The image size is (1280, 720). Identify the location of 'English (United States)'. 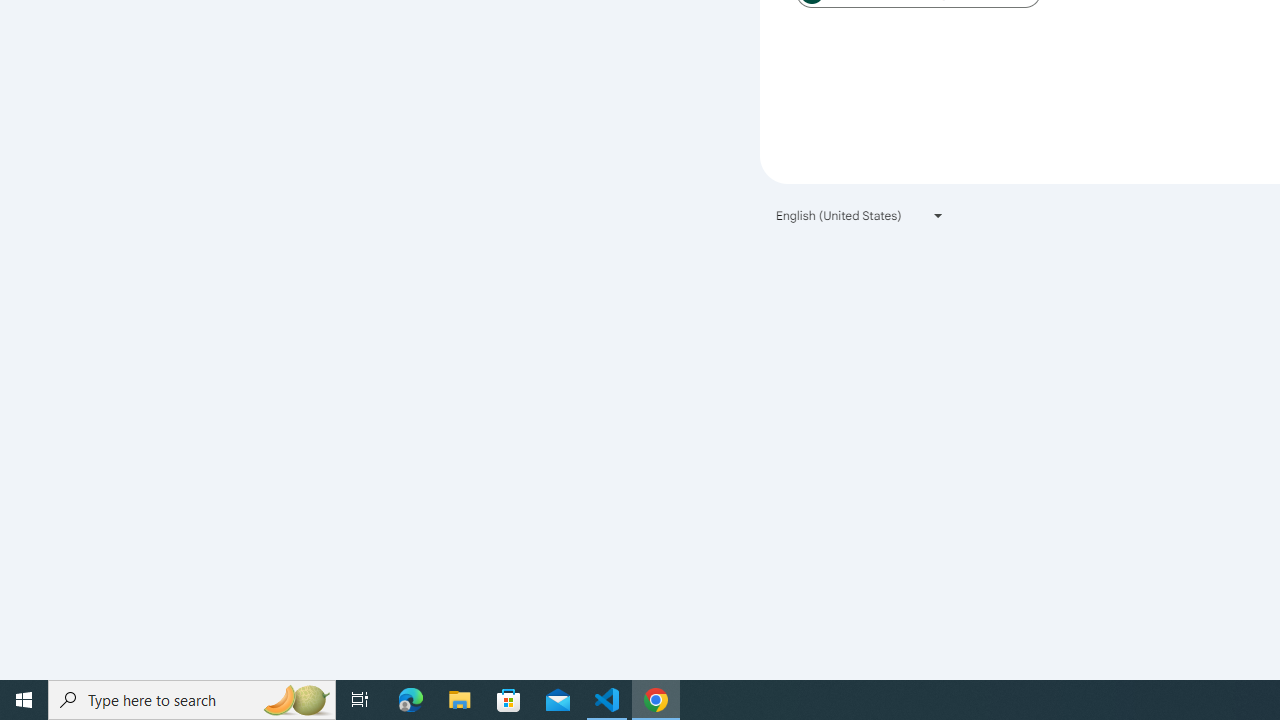
(860, 215).